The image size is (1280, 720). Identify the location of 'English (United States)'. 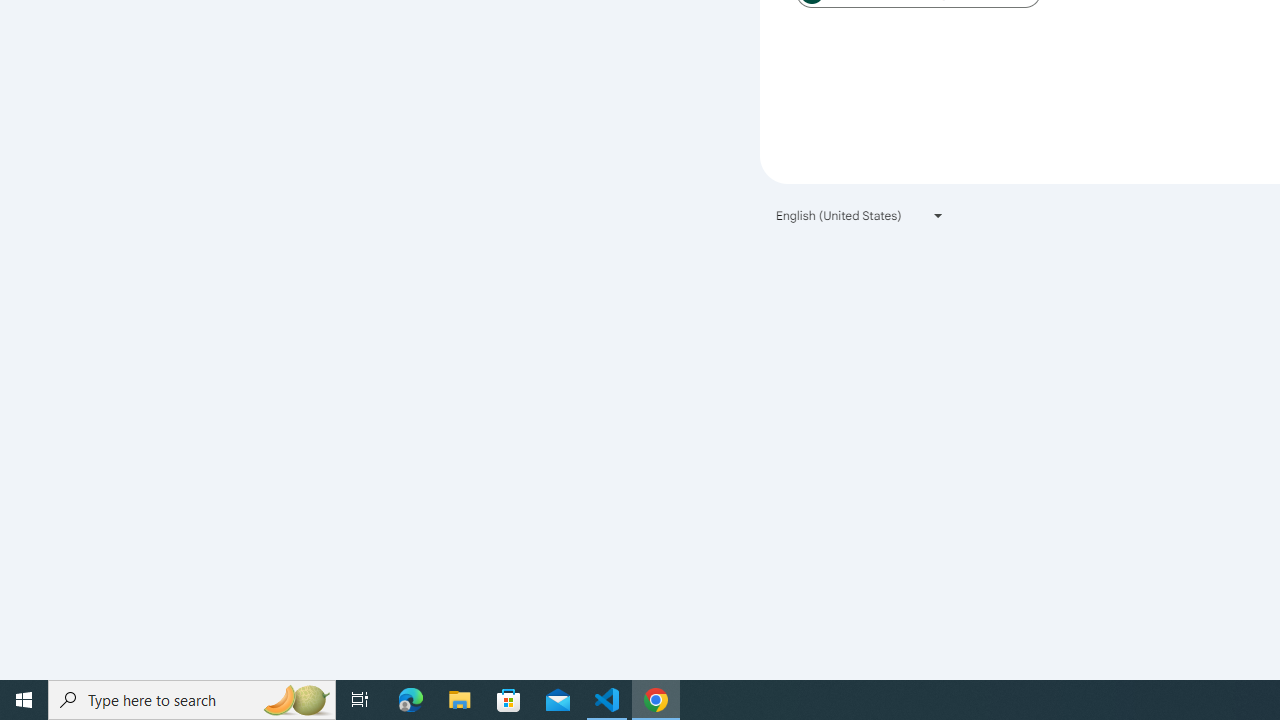
(860, 215).